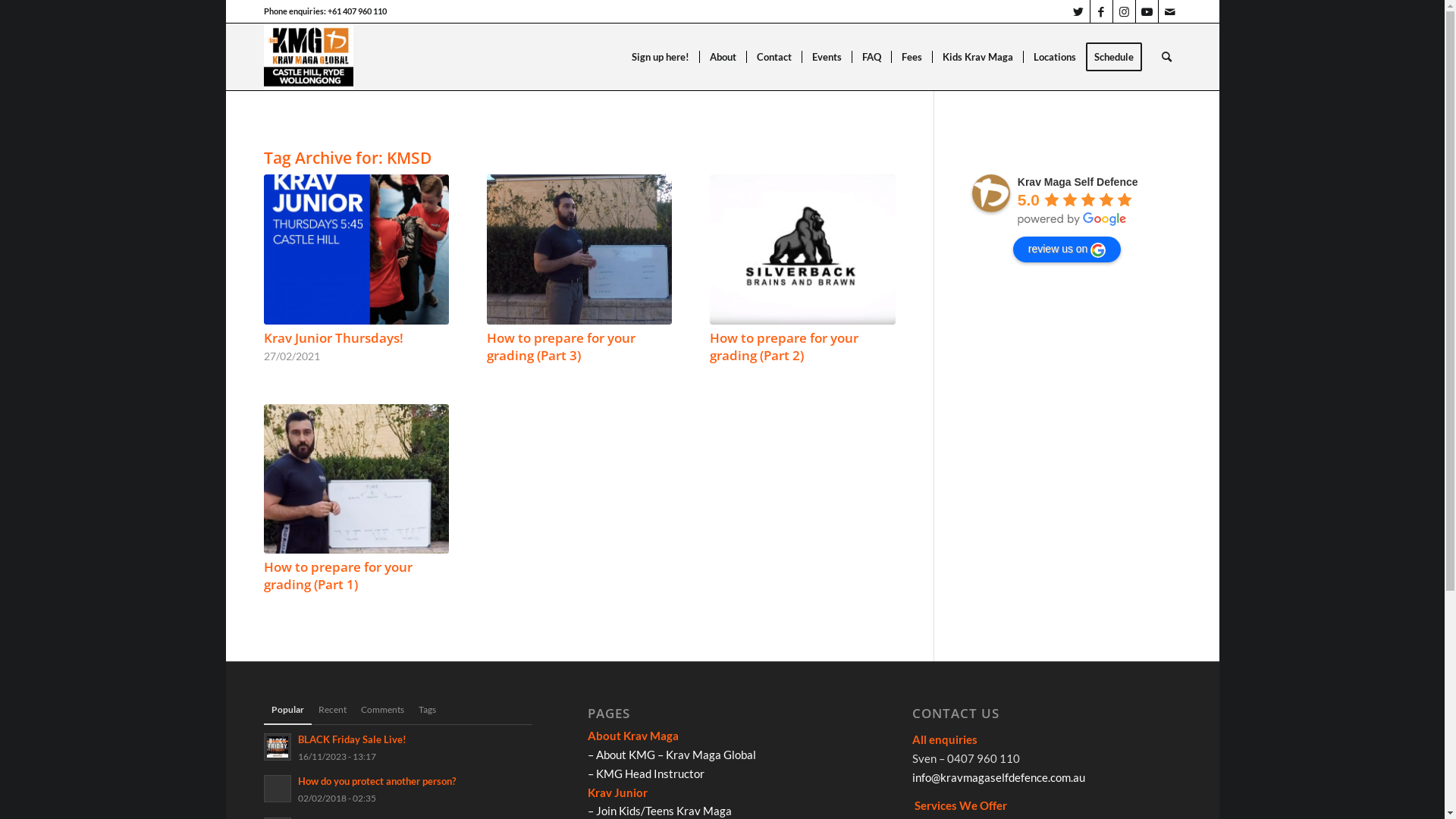 This screenshot has width=1456, height=819. Describe the element at coordinates (1113, 11) in the screenshot. I see `'Instagram'` at that location.